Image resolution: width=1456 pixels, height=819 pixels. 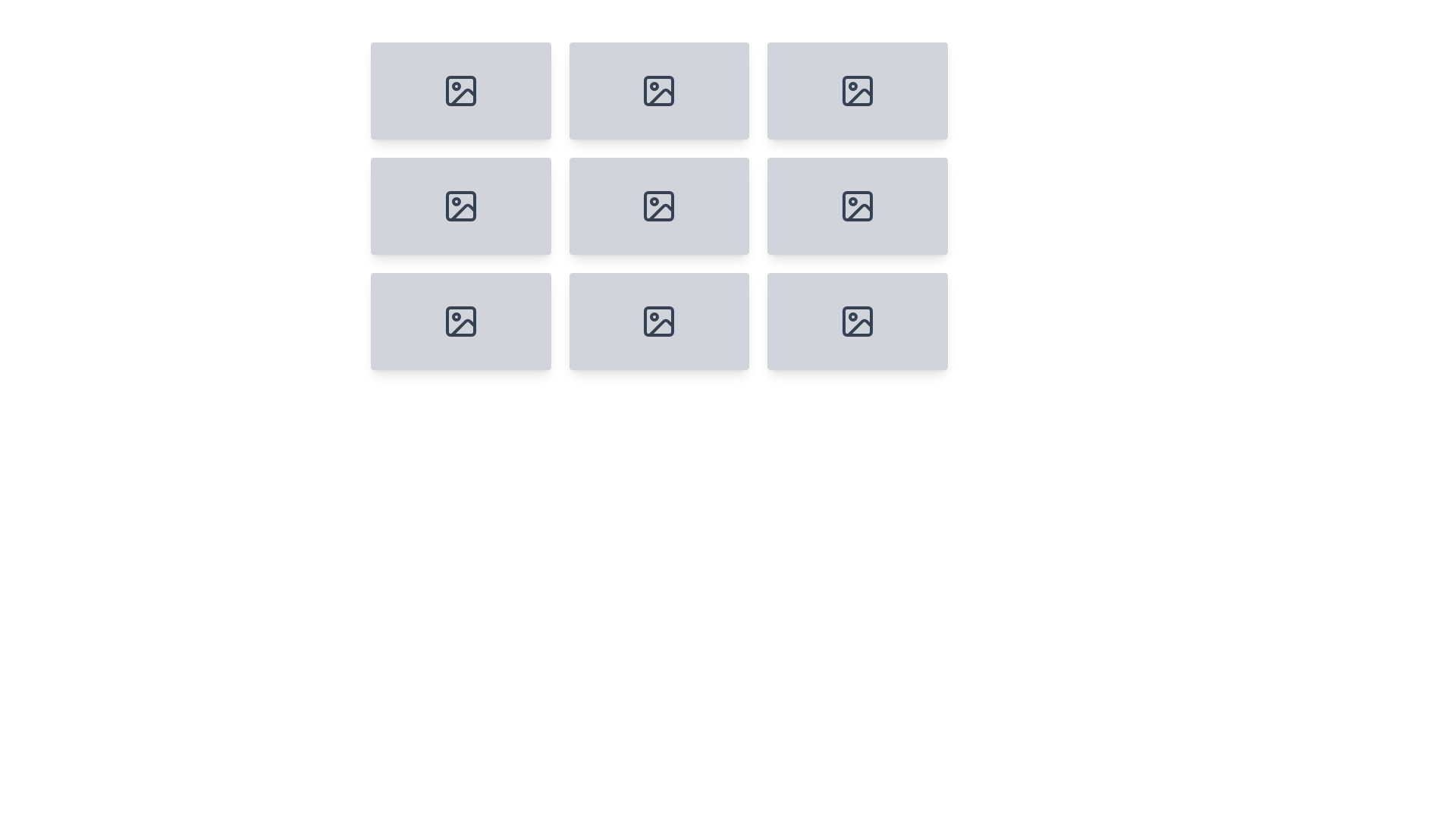 What do you see at coordinates (460, 321) in the screenshot?
I see `the small rectangular shape with rounded corners located in the bottom left portion of the sixth image icon in a 3x3 grid layout` at bounding box center [460, 321].